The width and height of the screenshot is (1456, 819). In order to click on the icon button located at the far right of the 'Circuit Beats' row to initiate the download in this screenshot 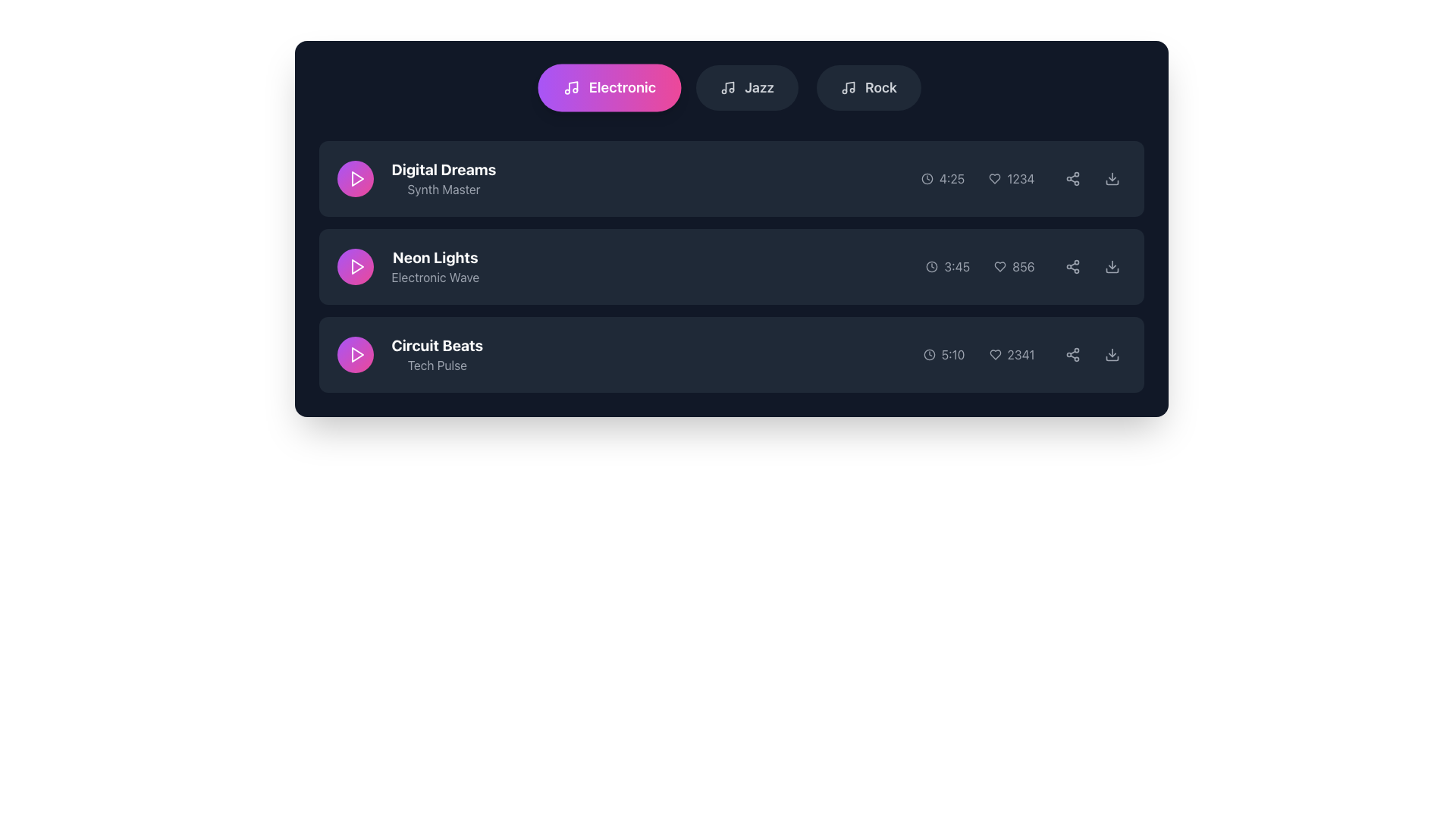, I will do `click(1112, 354)`.